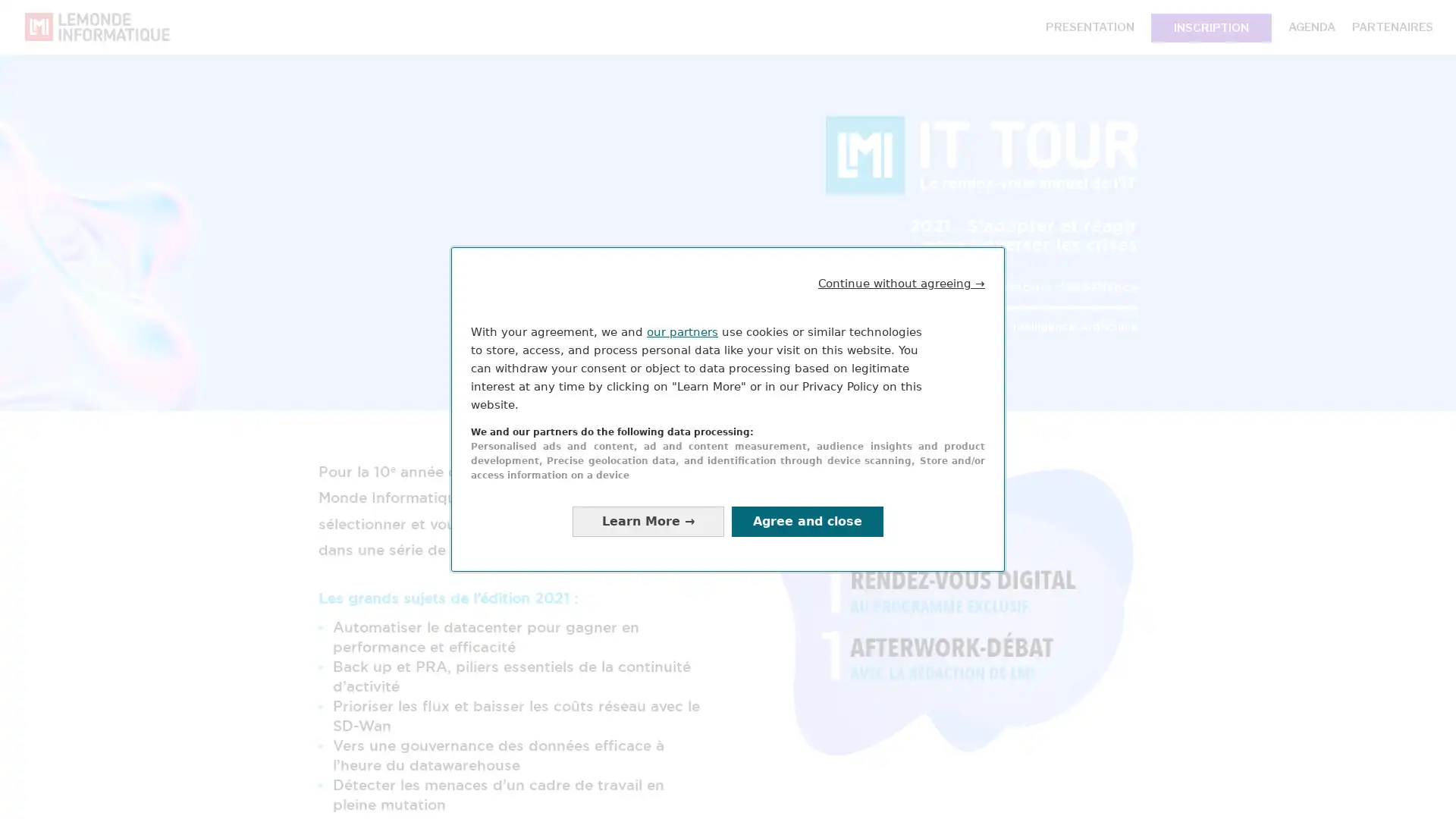 This screenshot has height=819, width=1456. Describe the element at coordinates (648, 520) in the screenshot. I see `Configure your consents` at that location.